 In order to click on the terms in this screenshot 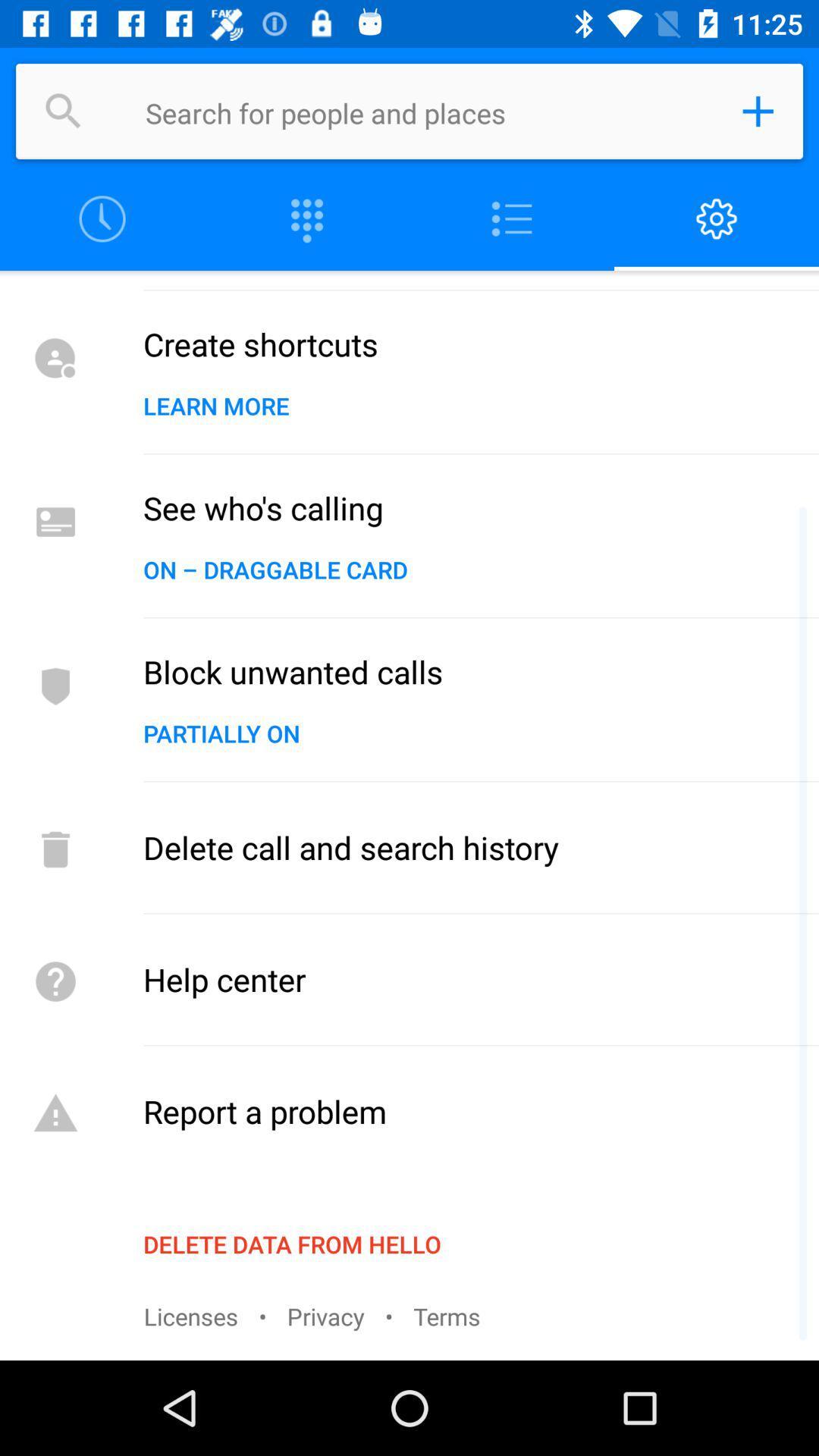, I will do `click(446, 1315)`.